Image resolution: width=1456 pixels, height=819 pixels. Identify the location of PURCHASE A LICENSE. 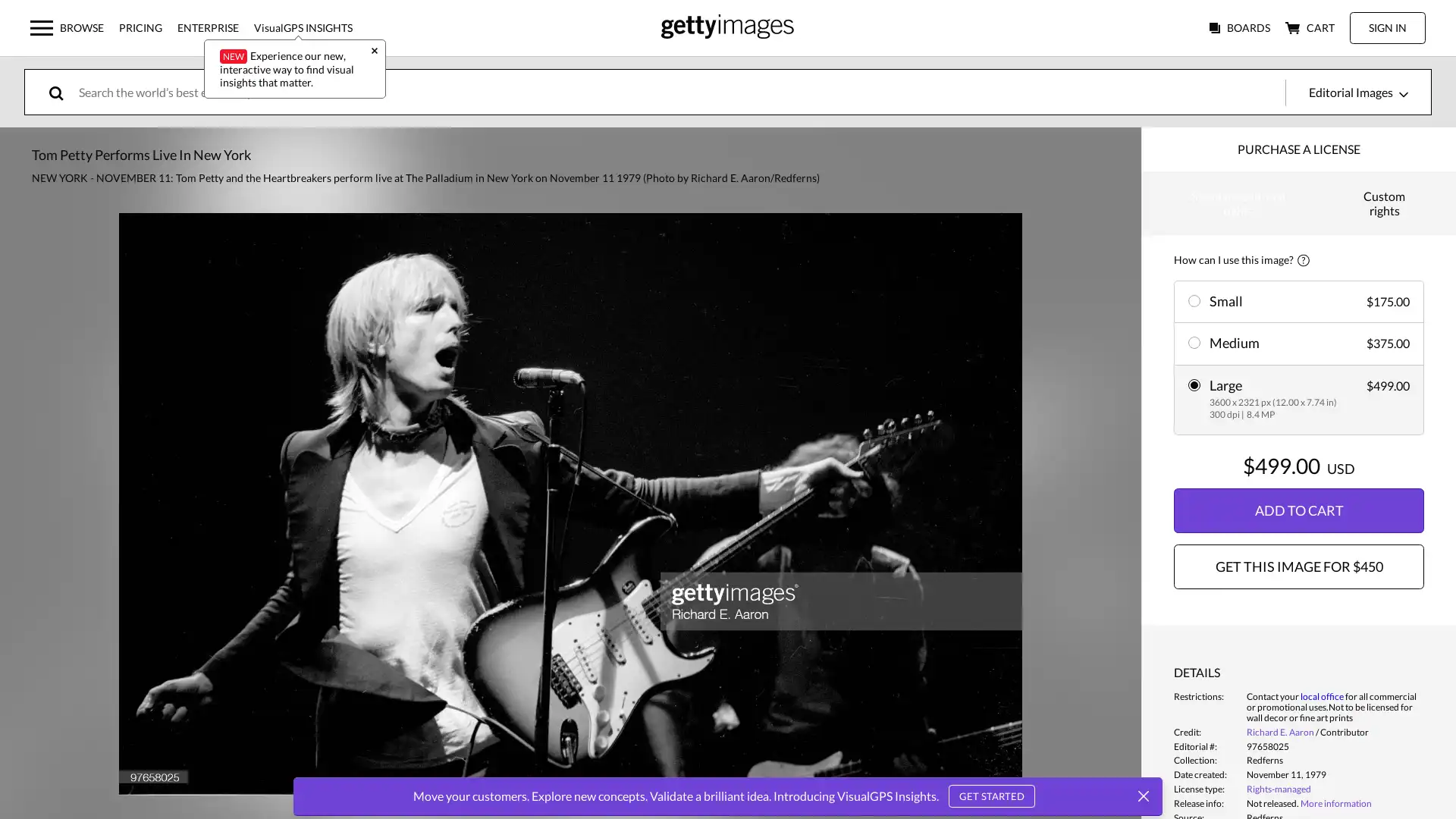
(1298, 149).